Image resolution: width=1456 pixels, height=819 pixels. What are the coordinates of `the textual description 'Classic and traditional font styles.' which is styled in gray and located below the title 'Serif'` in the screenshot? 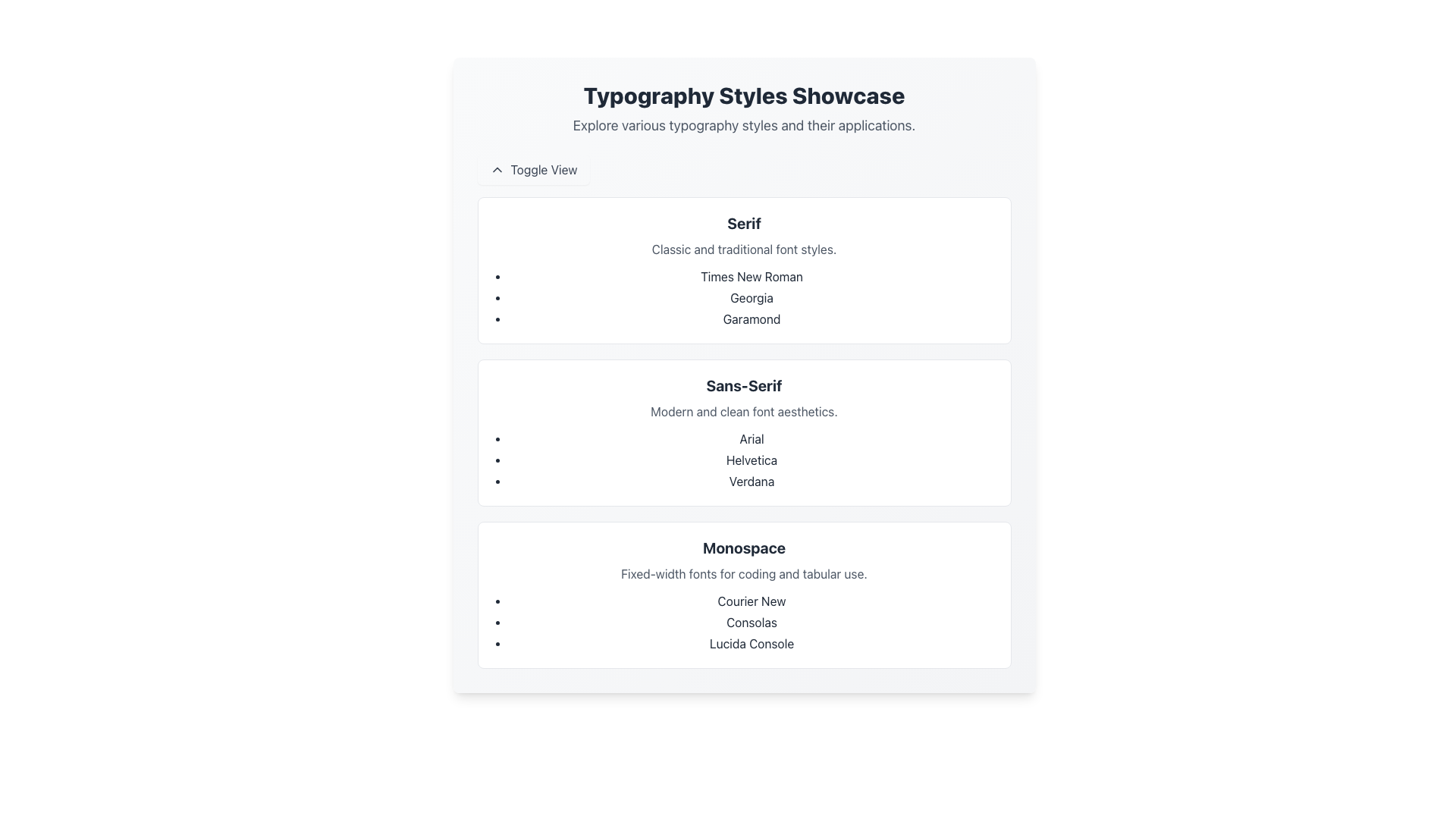 It's located at (744, 248).